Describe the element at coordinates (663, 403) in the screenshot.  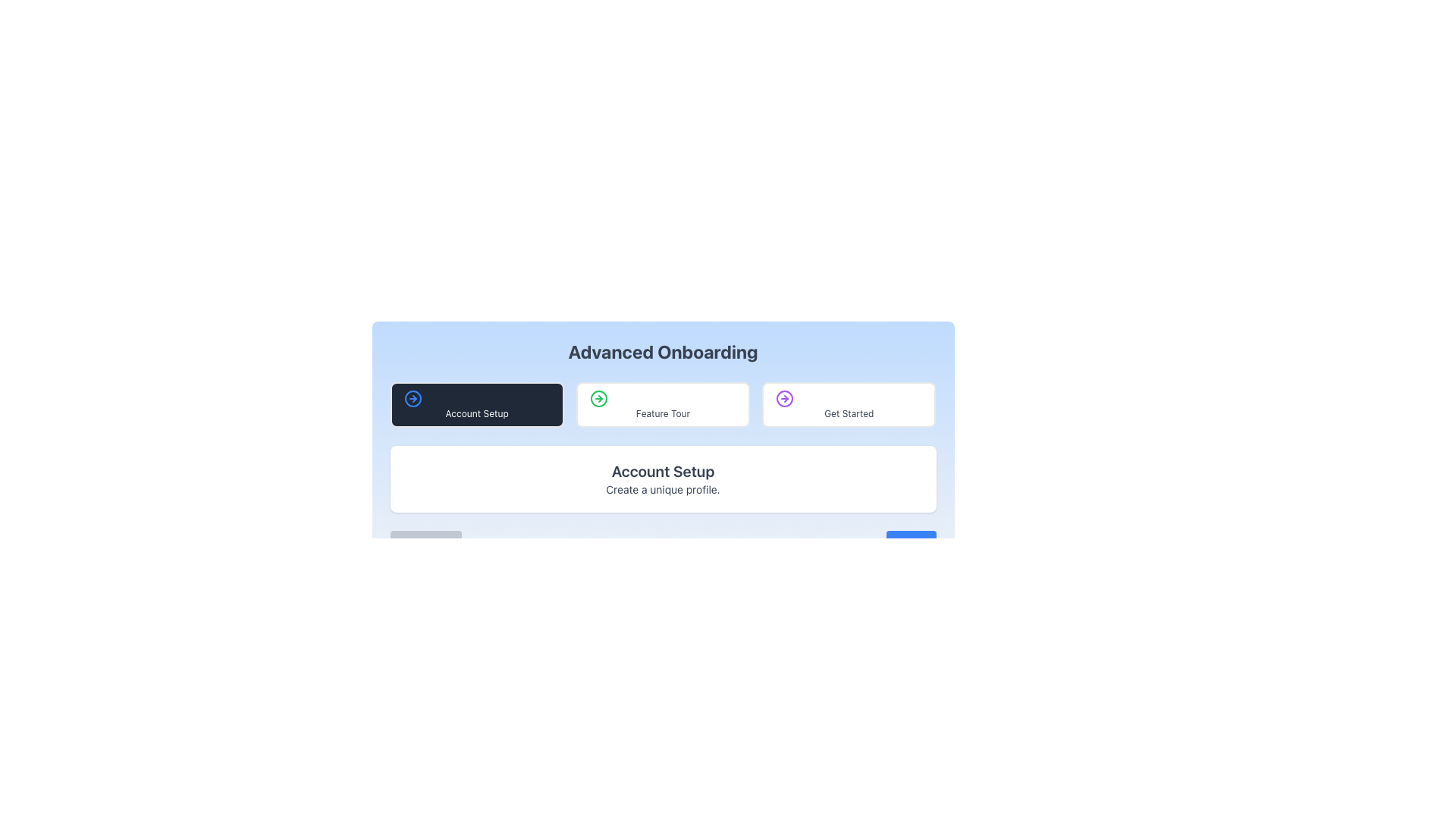
I see `the button labeled 'Feature Tour', which has a green arrow icon and is centrally placed among three buttons` at that location.